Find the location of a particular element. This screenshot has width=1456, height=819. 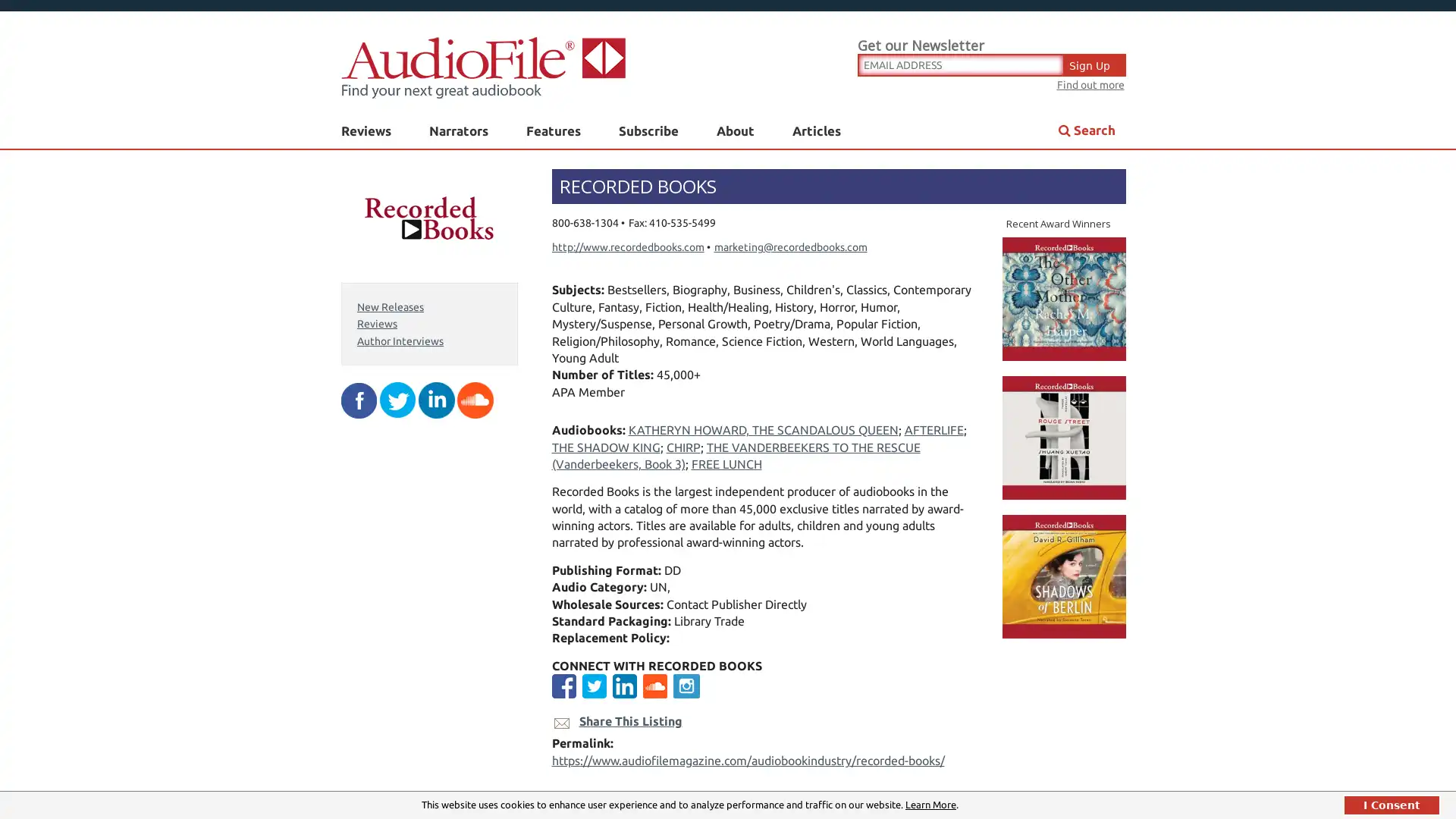

I Consent is located at coordinates (1392, 804).